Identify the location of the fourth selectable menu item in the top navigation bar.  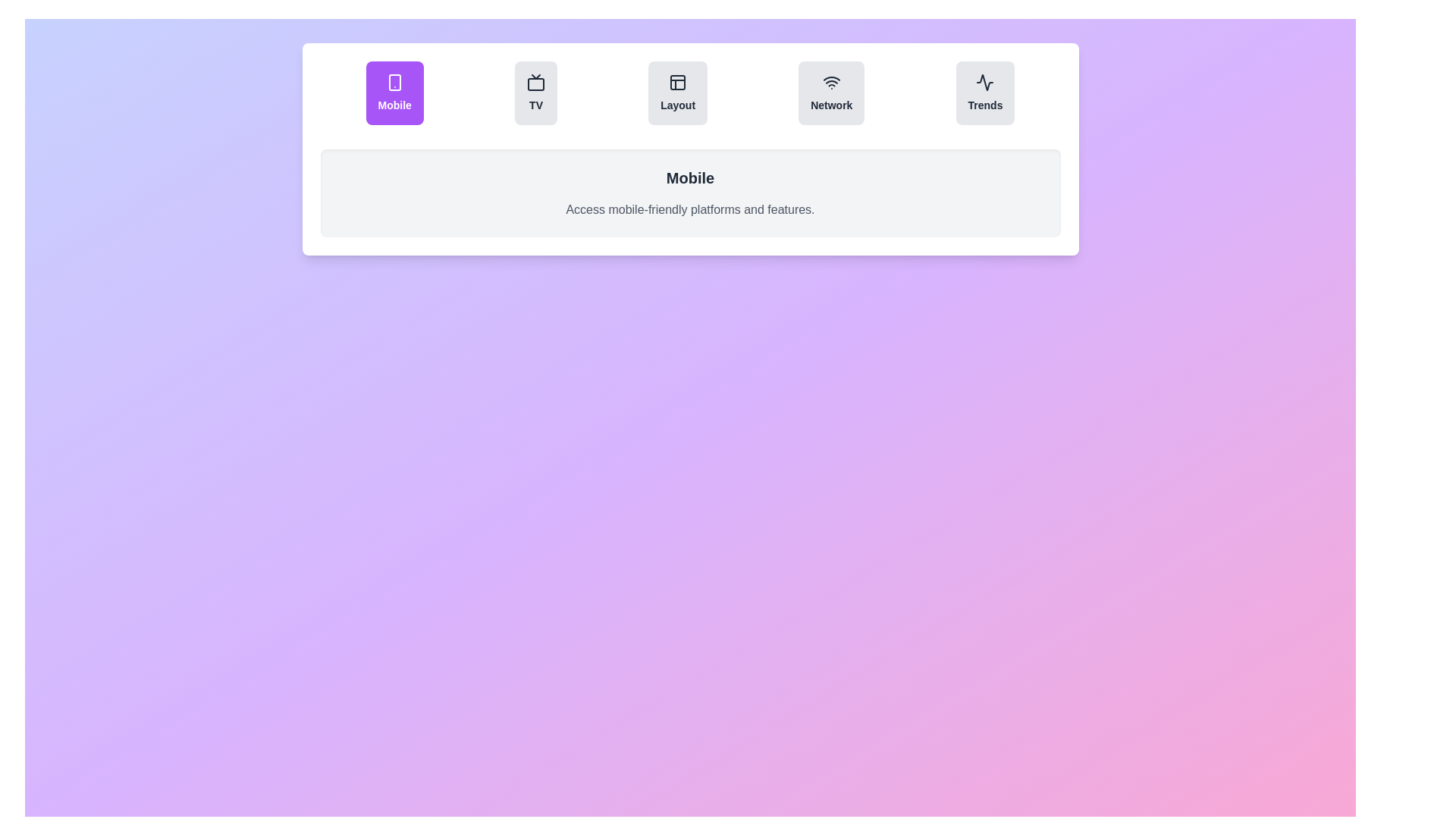
(830, 104).